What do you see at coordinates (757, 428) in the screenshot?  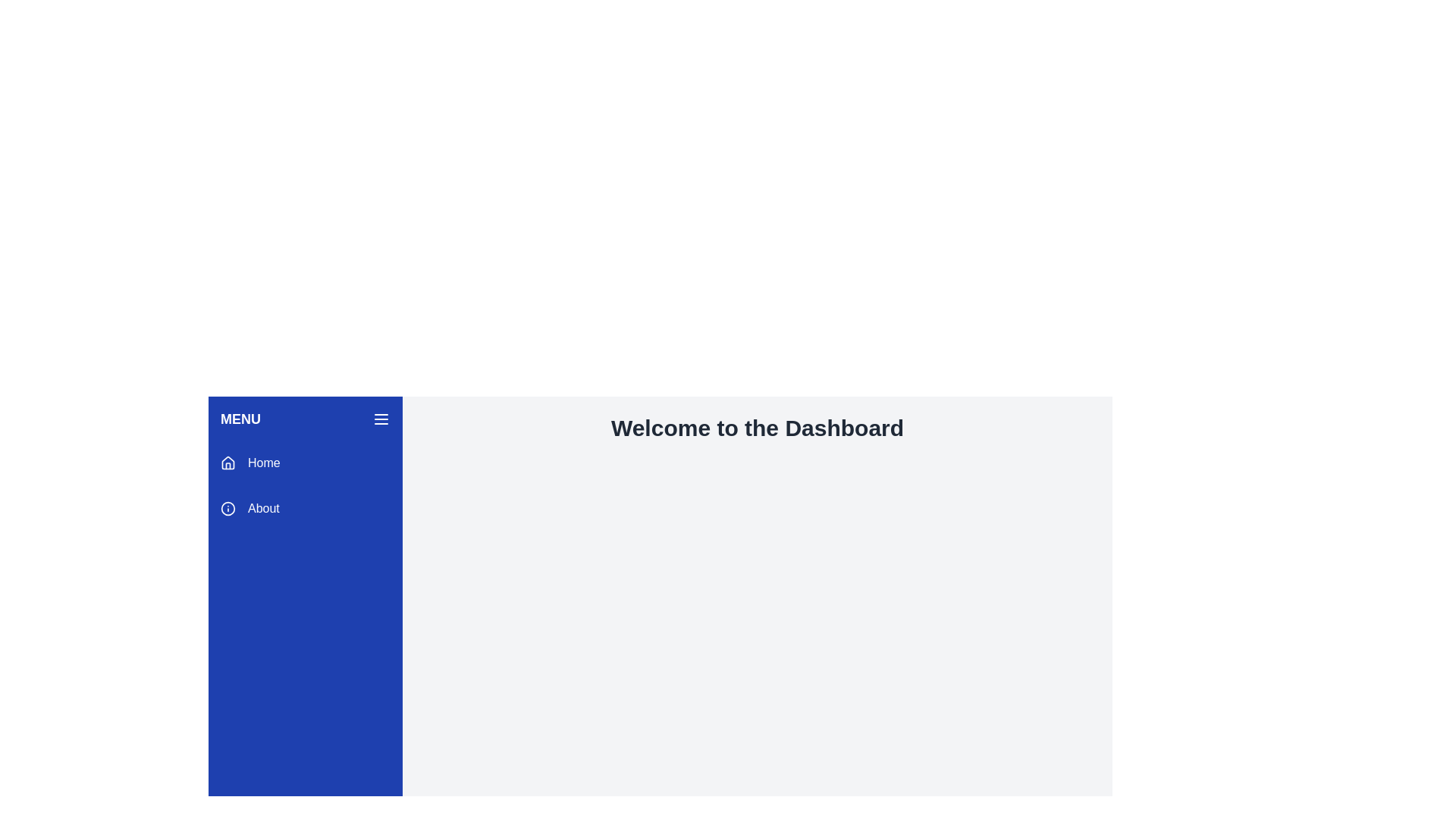 I see `the static text header that reads 'Welcome to the Dashboard', which is prominently displayed in dark gray on a light-gray background, positioned centrally above the main body content` at bounding box center [757, 428].